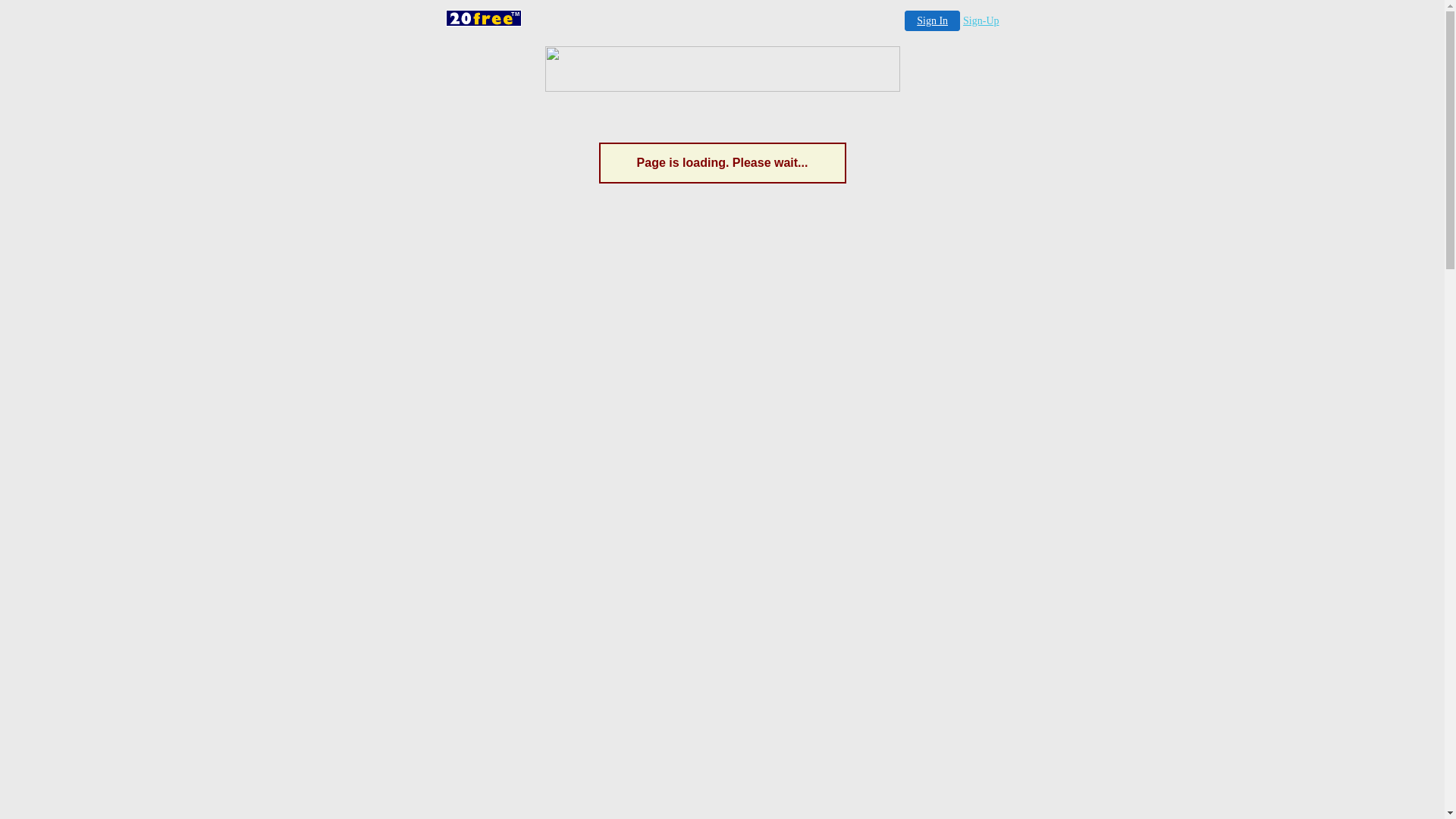  Describe the element at coordinates (981, 20) in the screenshot. I see `'Sign-Up'` at that location.